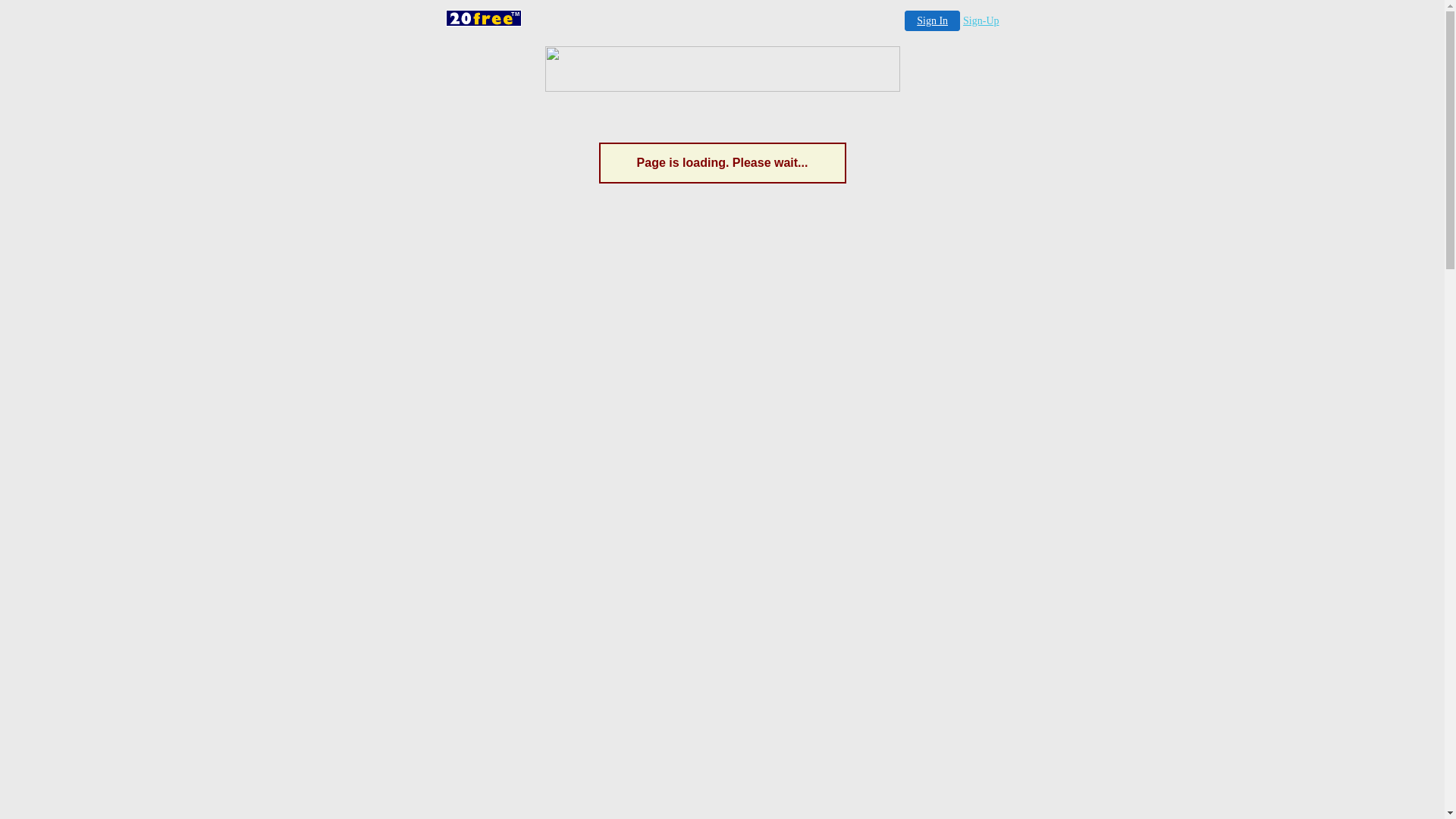  Describe the element at coordinates (981, 20) in the screenshot. I see `'Sign-Up'` at that location.